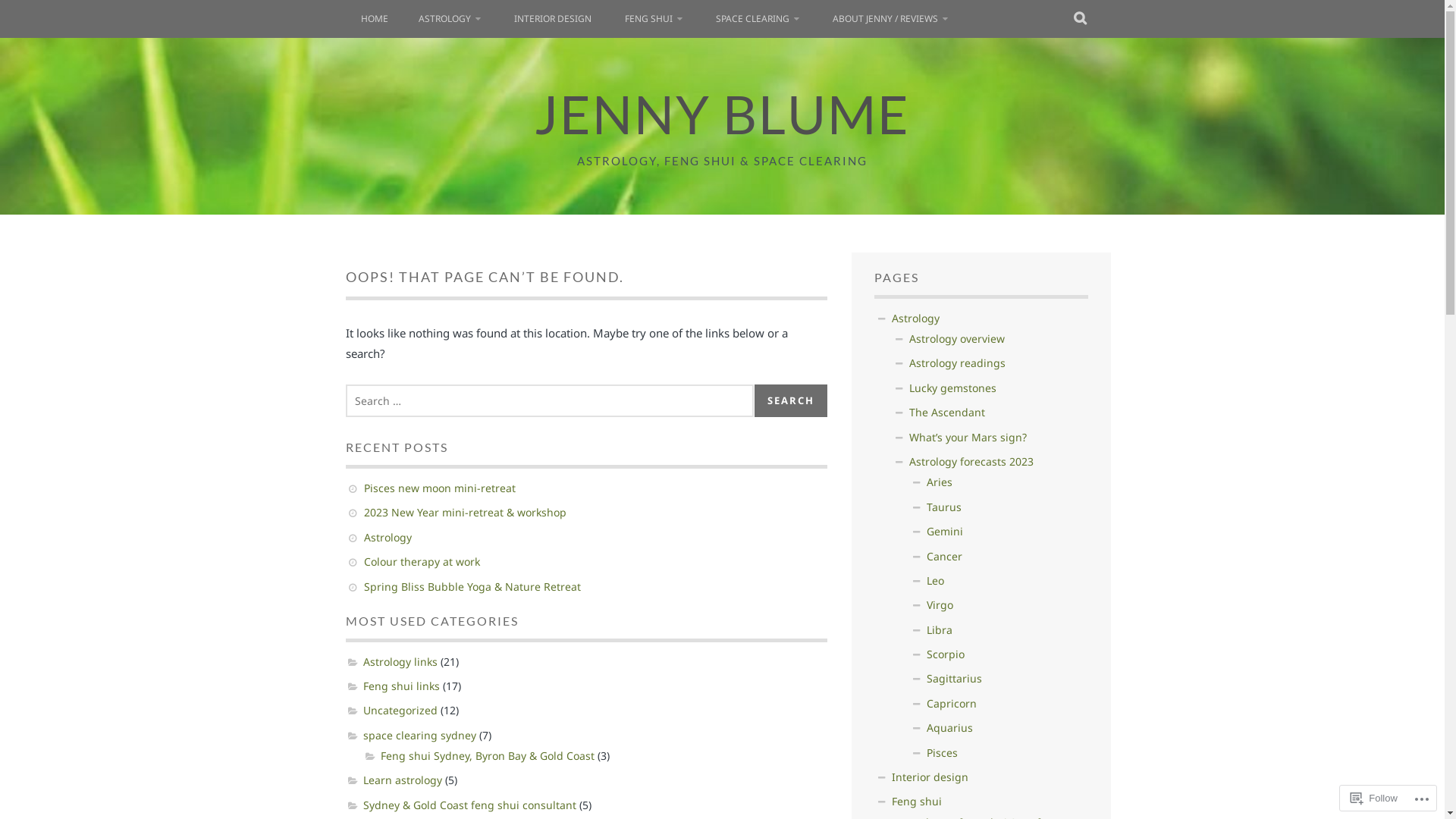 This screenshot has height=819, width=1456. What do you see at coordinates (419, 734) in the screenshot?
I see `'space clearing sydney'` at bounding box center [419, 734].